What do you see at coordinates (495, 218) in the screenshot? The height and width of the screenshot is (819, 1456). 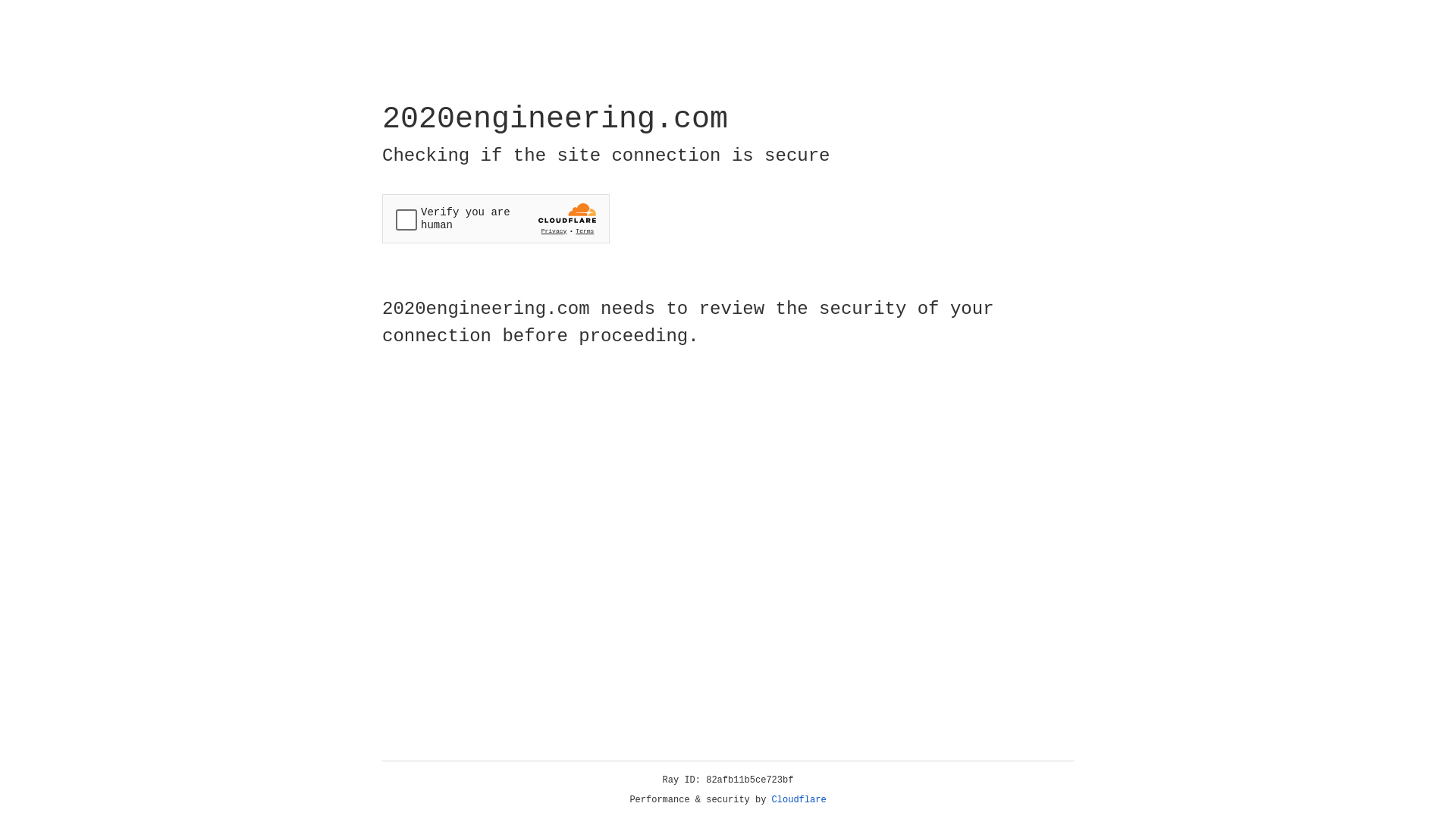 I see `'Widget containing a Cloudflare security challenge'` at bounding box center [495, 218].